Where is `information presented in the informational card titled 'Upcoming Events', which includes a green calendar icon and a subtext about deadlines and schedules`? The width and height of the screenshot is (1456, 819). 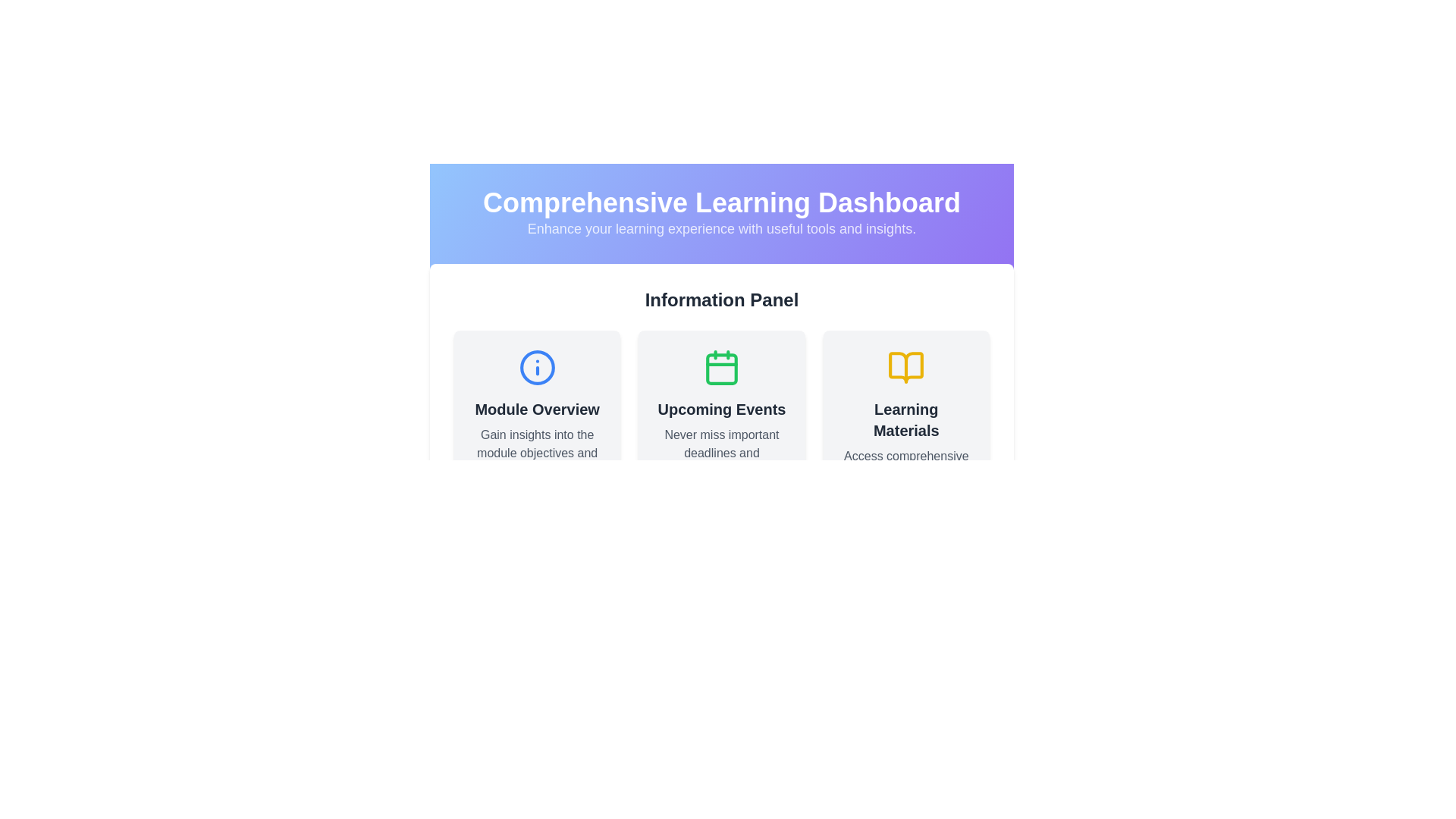 information presented in the informational card titled 'Upcoming Events', which includes a green calendar icon and a subtext about deadlines and schedules is located at coordinates (720, 425).